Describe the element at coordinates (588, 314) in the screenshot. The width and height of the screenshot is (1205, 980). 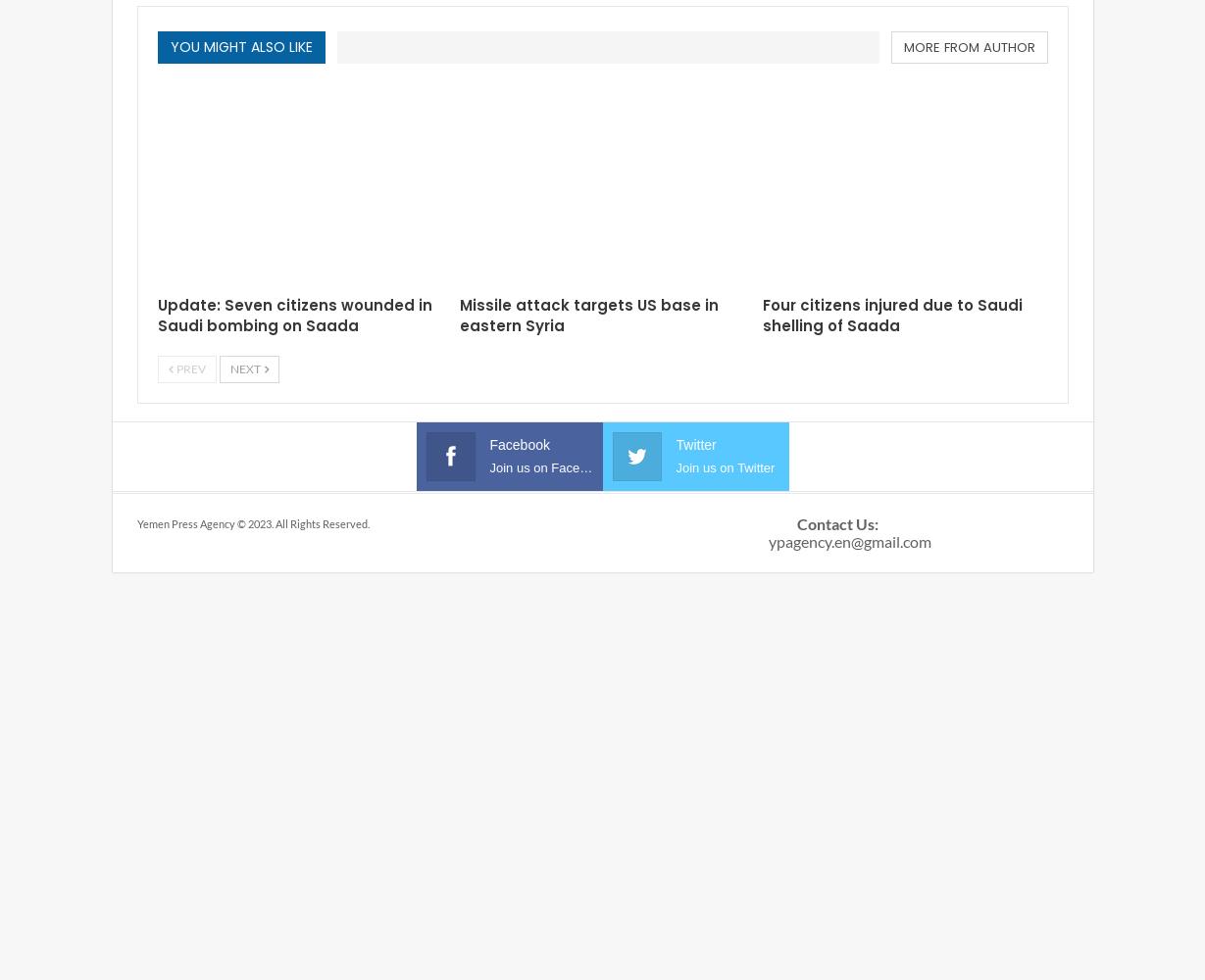
I see `'Missile attack targets US base in eastern Syria'` at that location.